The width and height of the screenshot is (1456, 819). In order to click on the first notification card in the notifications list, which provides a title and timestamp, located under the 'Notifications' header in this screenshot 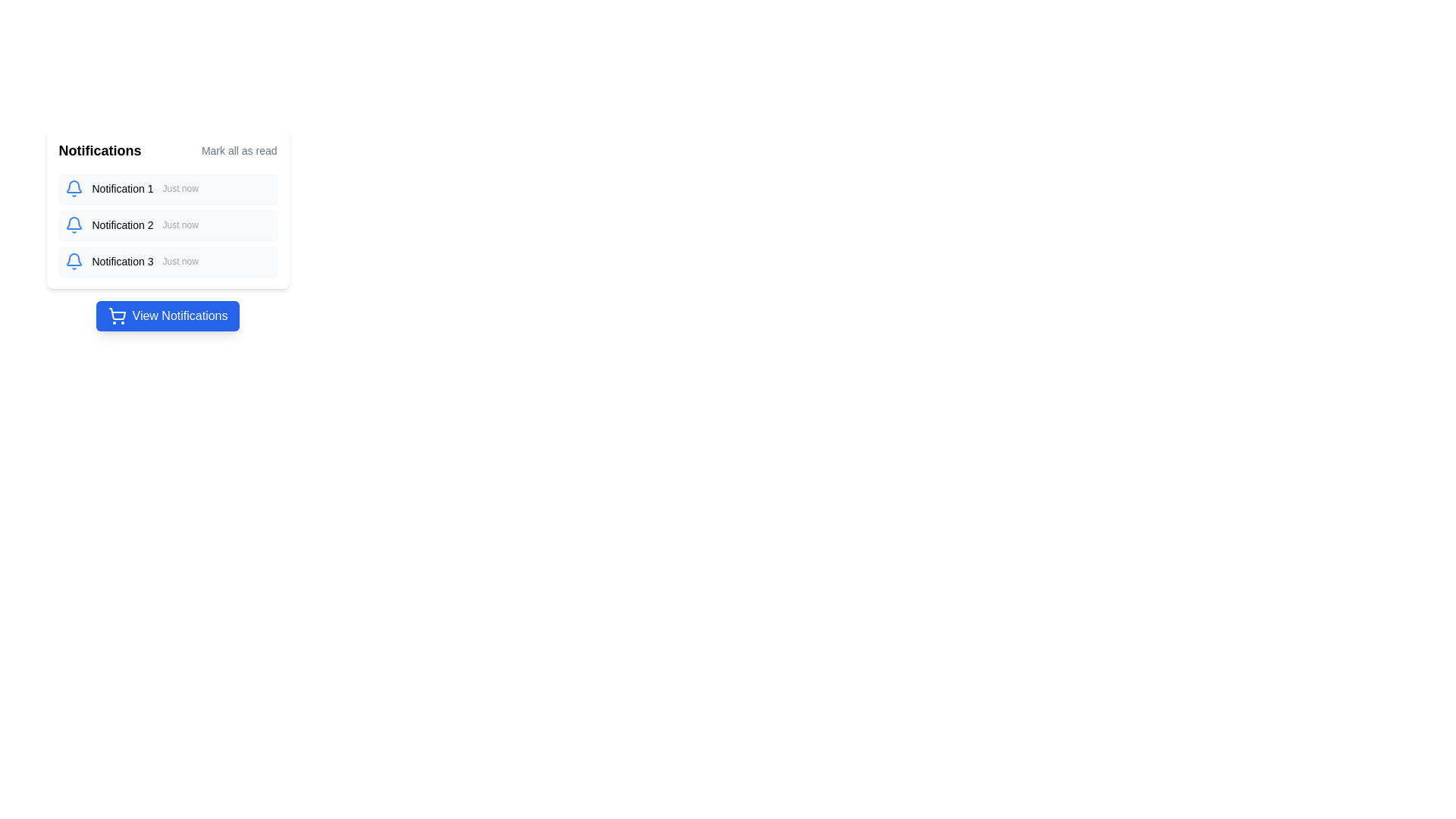, I will do `click(168, 188)`.